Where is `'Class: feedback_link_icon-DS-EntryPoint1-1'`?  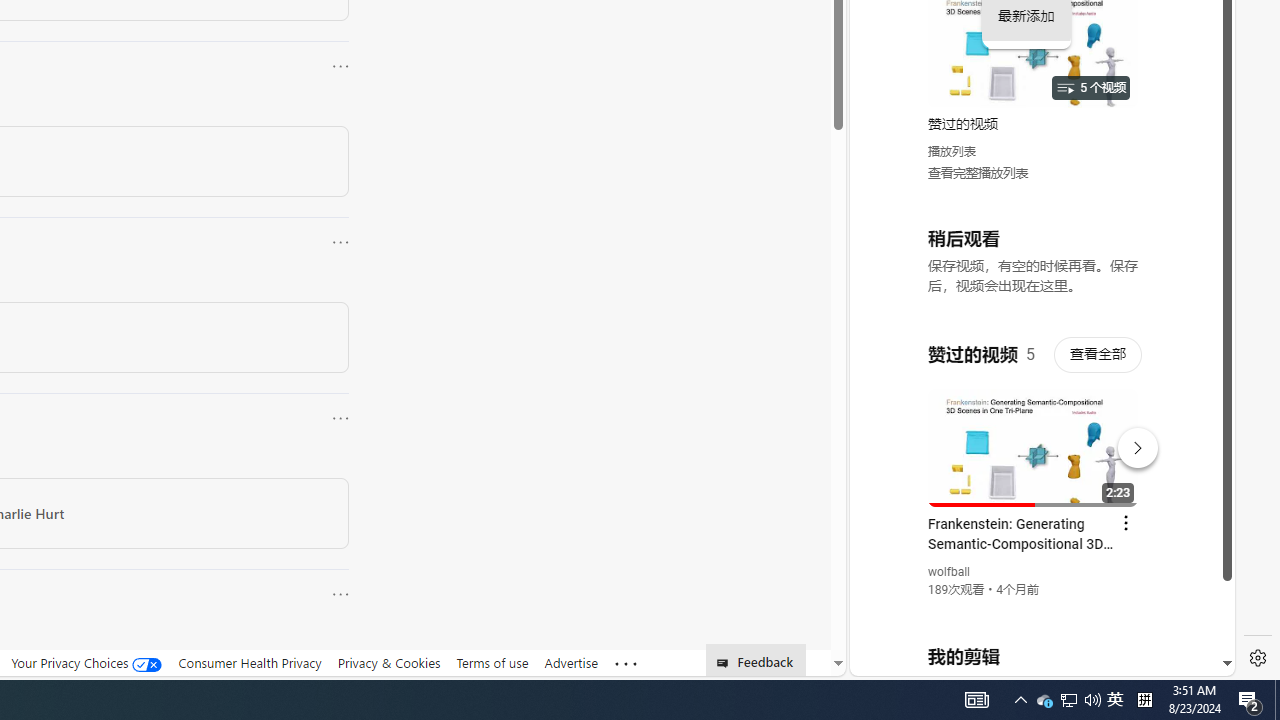 'Class: feedback_link_icon-DS-EntryPoint1-1' is located at coordinates (726, 663).